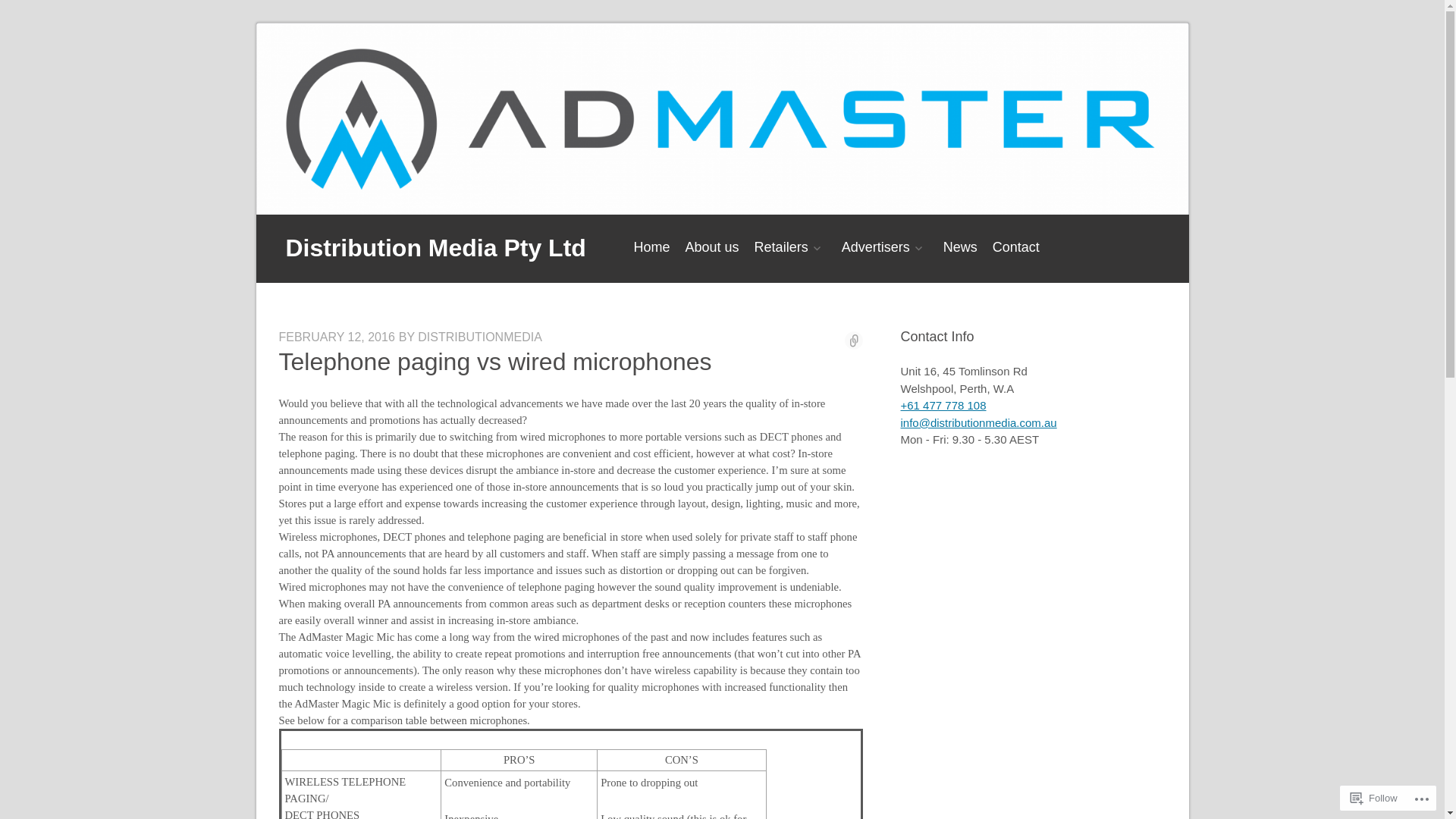 The width and height of the screenshot is (1456, 819). Describe the element at coordinates (959, 246) in the screenshot. I see `'News'` at that location.